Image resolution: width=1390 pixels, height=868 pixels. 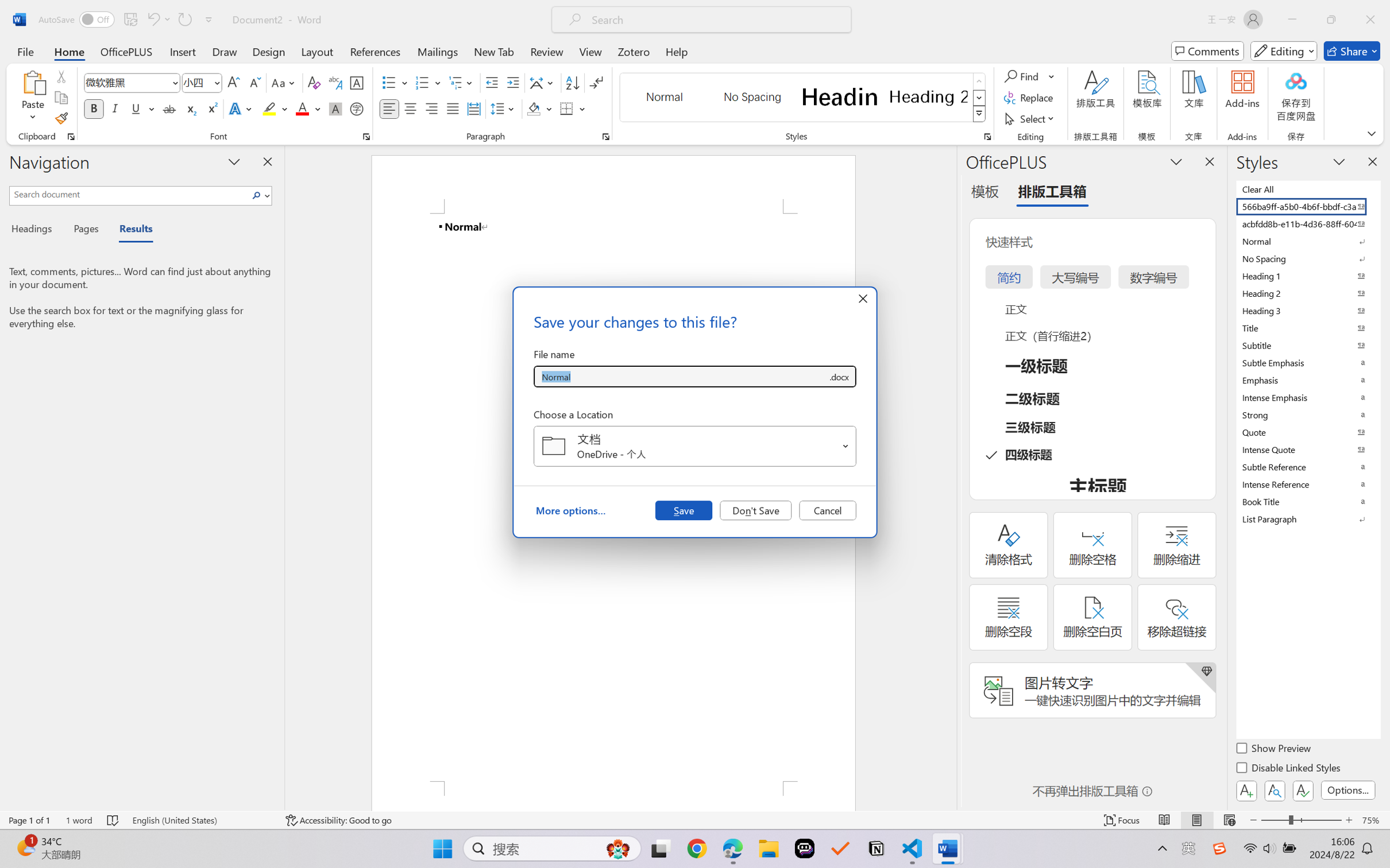 I want to click on 'Bullets', so click(x=395, y=83).